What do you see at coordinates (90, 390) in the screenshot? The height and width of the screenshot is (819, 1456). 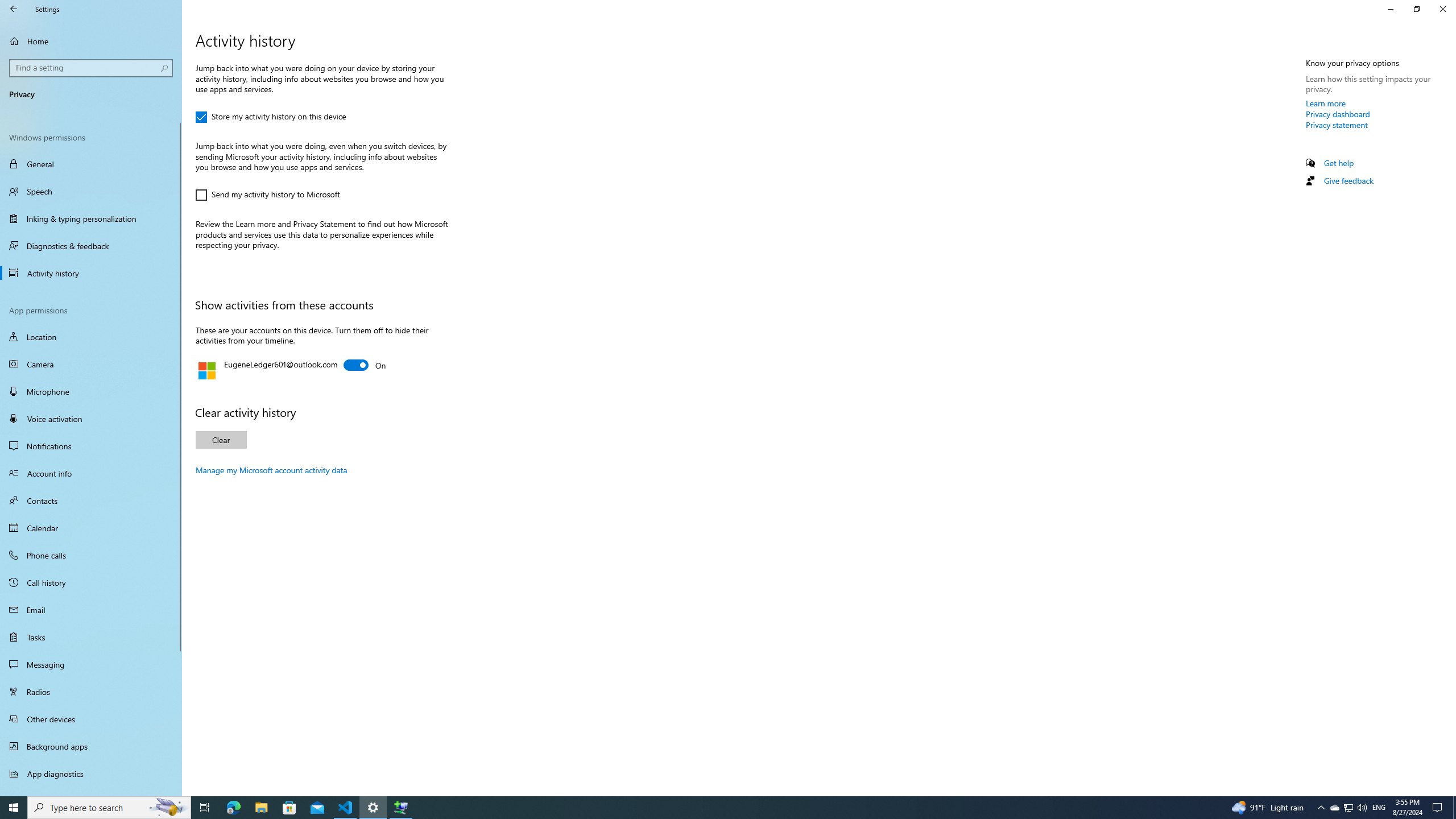 I see `'Microphone'` at bounding box center [90, 390].